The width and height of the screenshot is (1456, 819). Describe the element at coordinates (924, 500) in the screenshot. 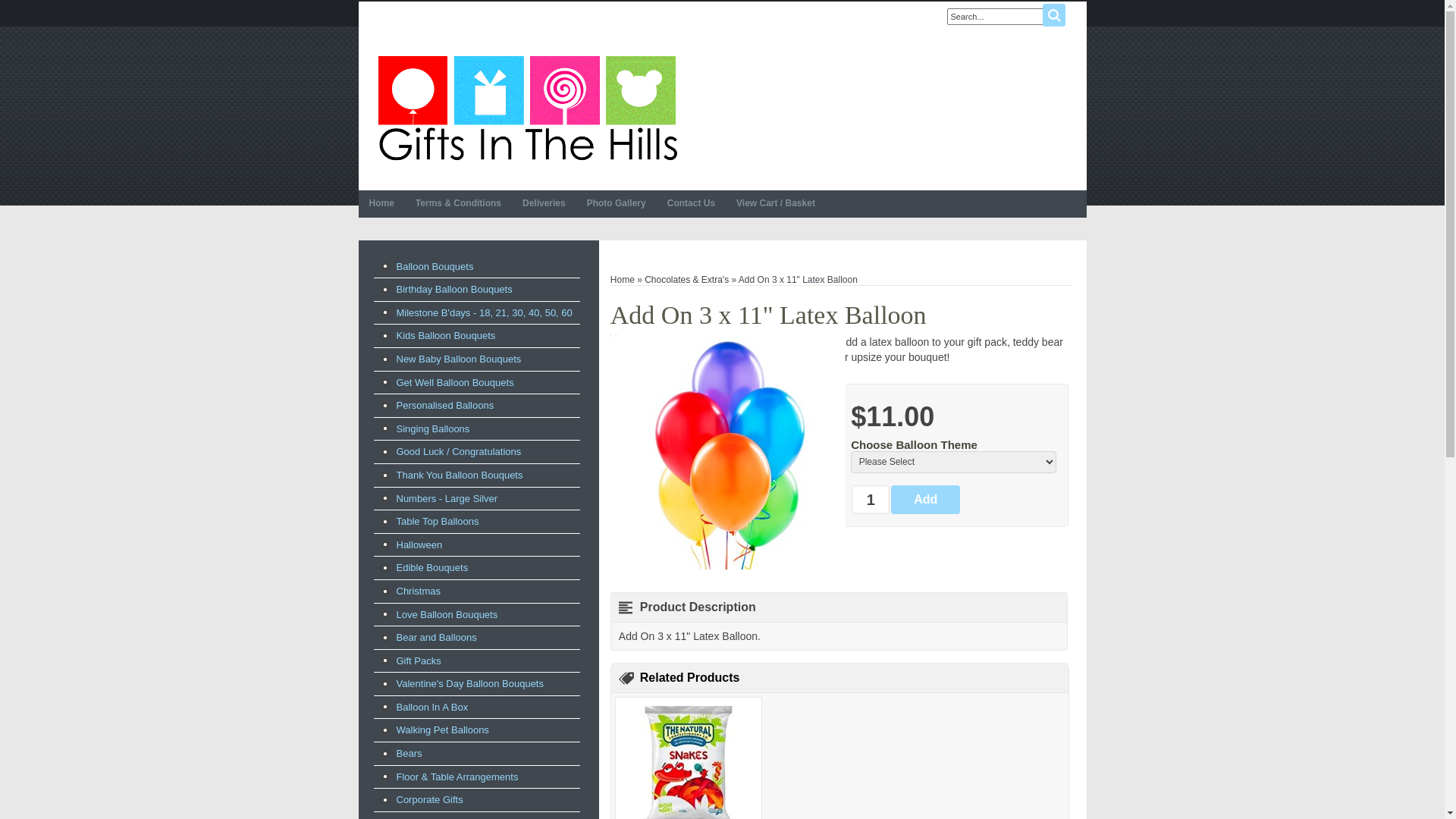

I see `'Add'` at that location.